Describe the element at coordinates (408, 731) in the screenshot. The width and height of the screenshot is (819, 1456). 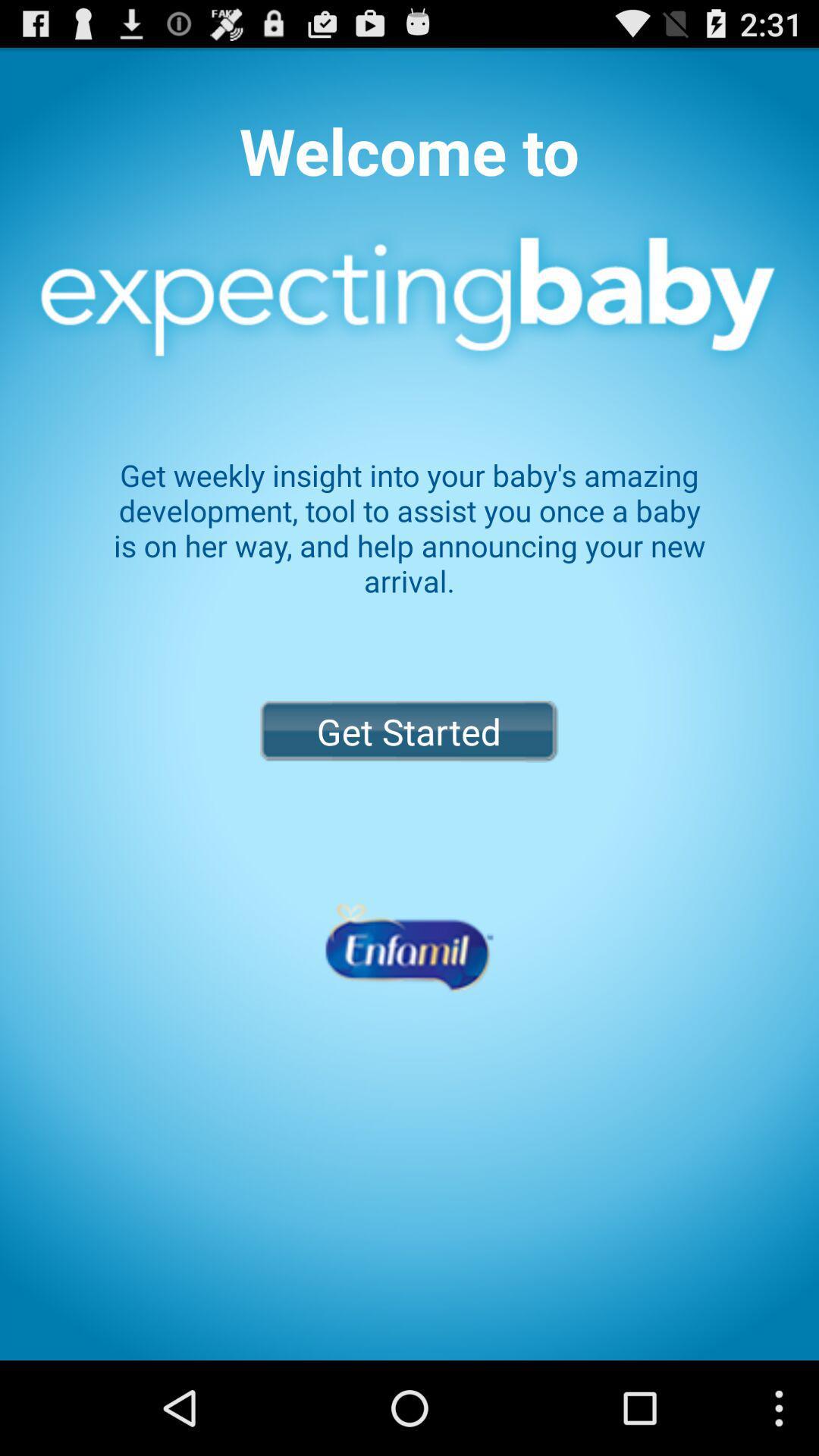
I see `get started item` at that location.